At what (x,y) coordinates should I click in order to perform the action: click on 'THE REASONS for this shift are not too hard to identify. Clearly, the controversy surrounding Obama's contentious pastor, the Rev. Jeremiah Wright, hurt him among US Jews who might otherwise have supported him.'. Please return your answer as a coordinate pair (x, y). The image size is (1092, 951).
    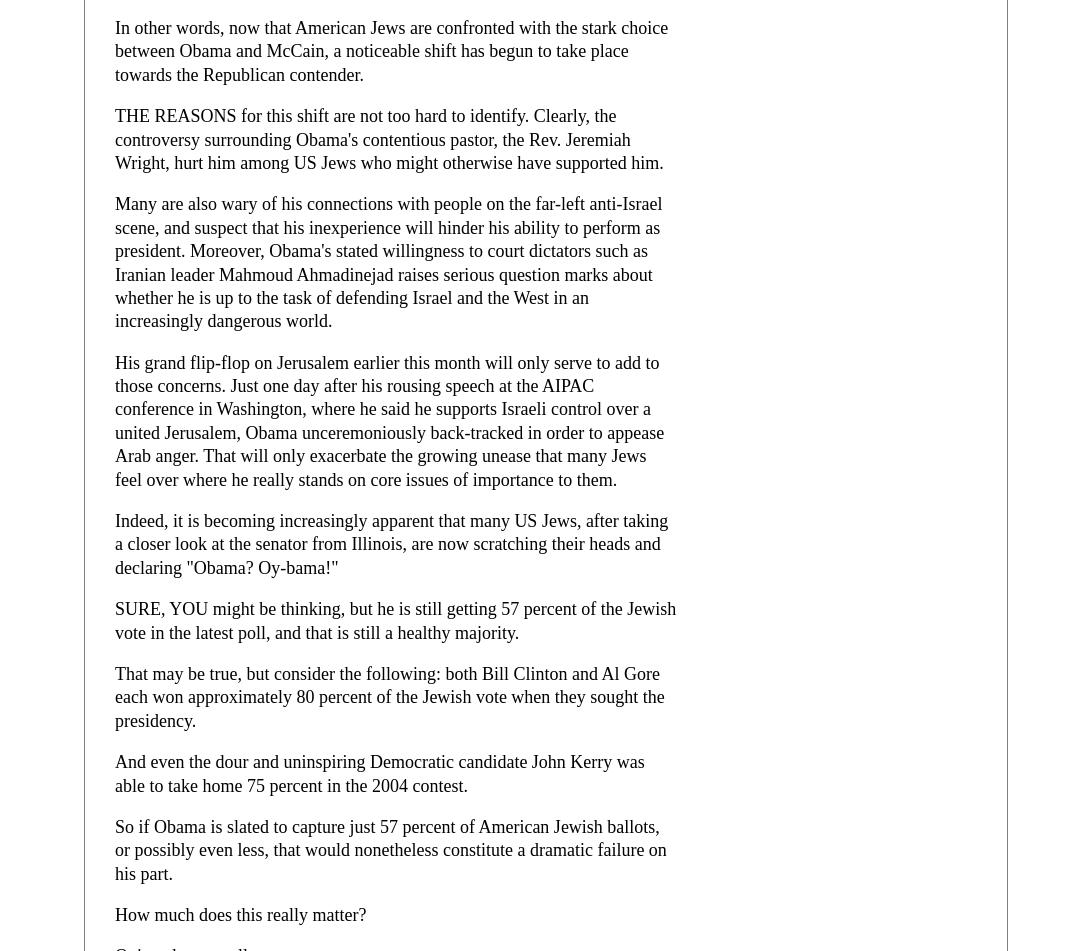
    Looking at the image, I should click on (388, 139).